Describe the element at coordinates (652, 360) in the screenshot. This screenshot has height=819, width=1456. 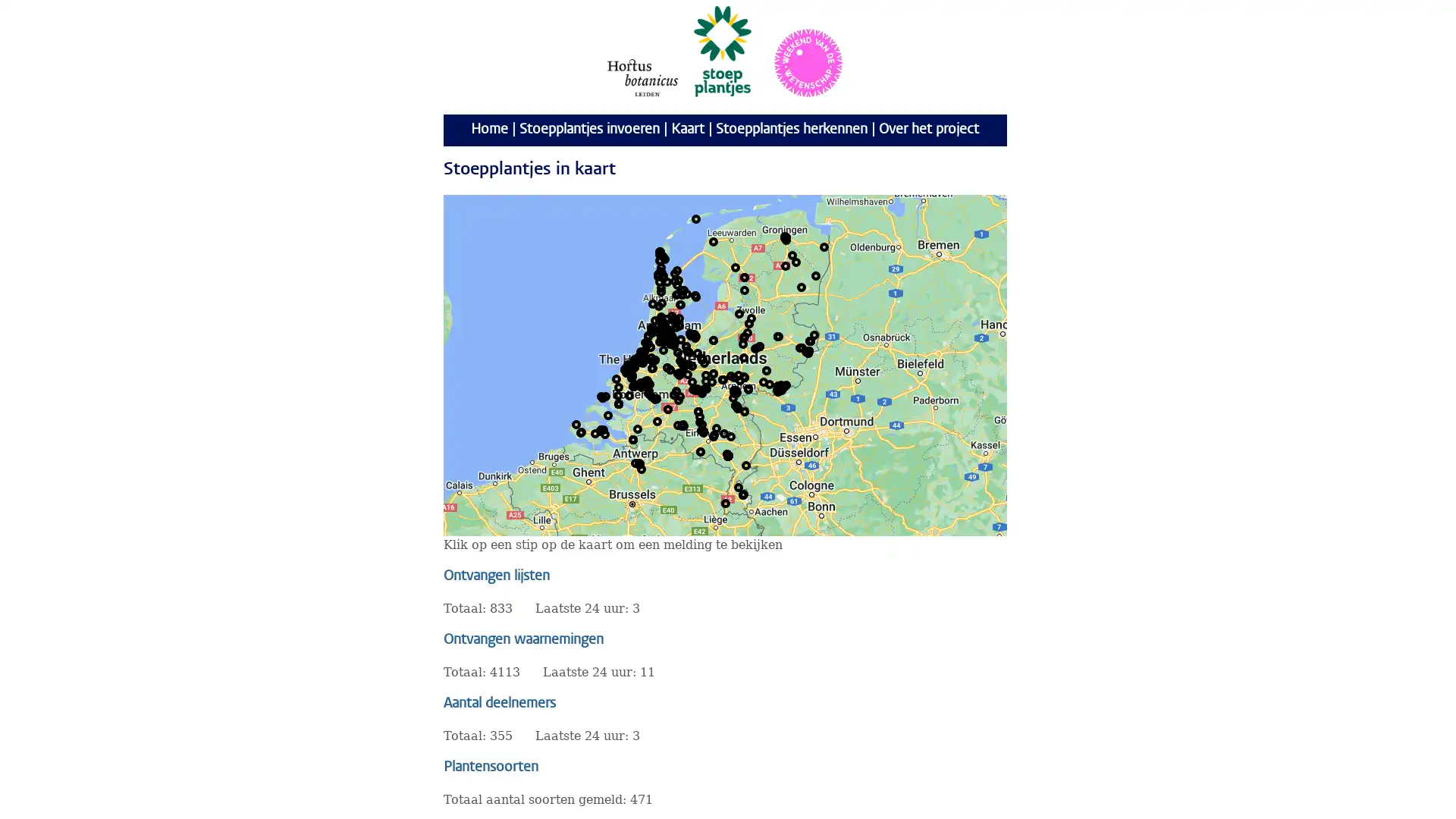
I see `Telling van Daphne op 26 februari 2022` at that location.